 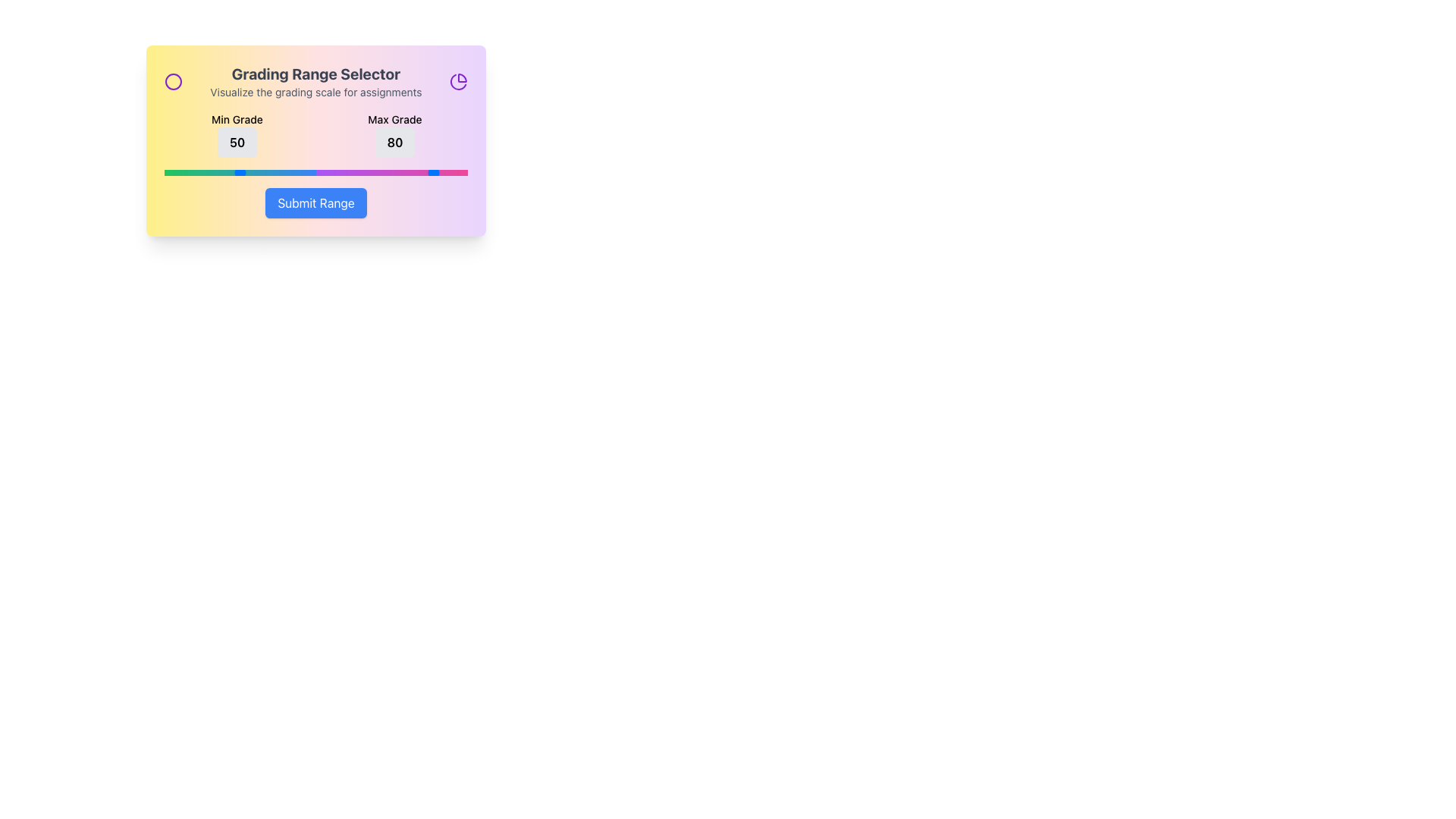 What do you see at coordinates (196, 171) in the screenshot?
I see `the slider value` at bounding box center [196, 171].